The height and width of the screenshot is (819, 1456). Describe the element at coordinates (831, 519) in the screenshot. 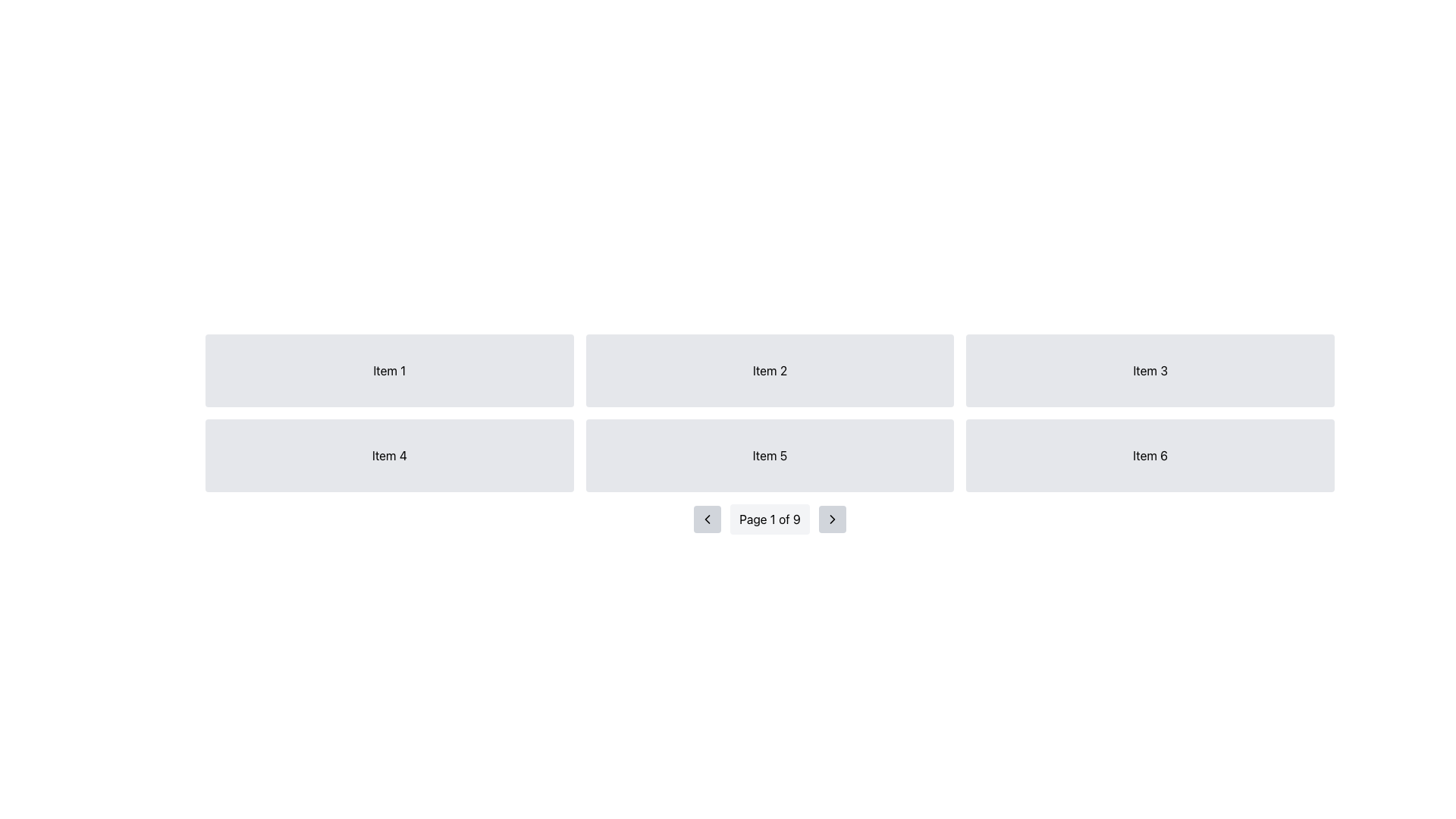

I see `the small square-shaped button with a light gray background and a right-pointing arrow icon` at that location.